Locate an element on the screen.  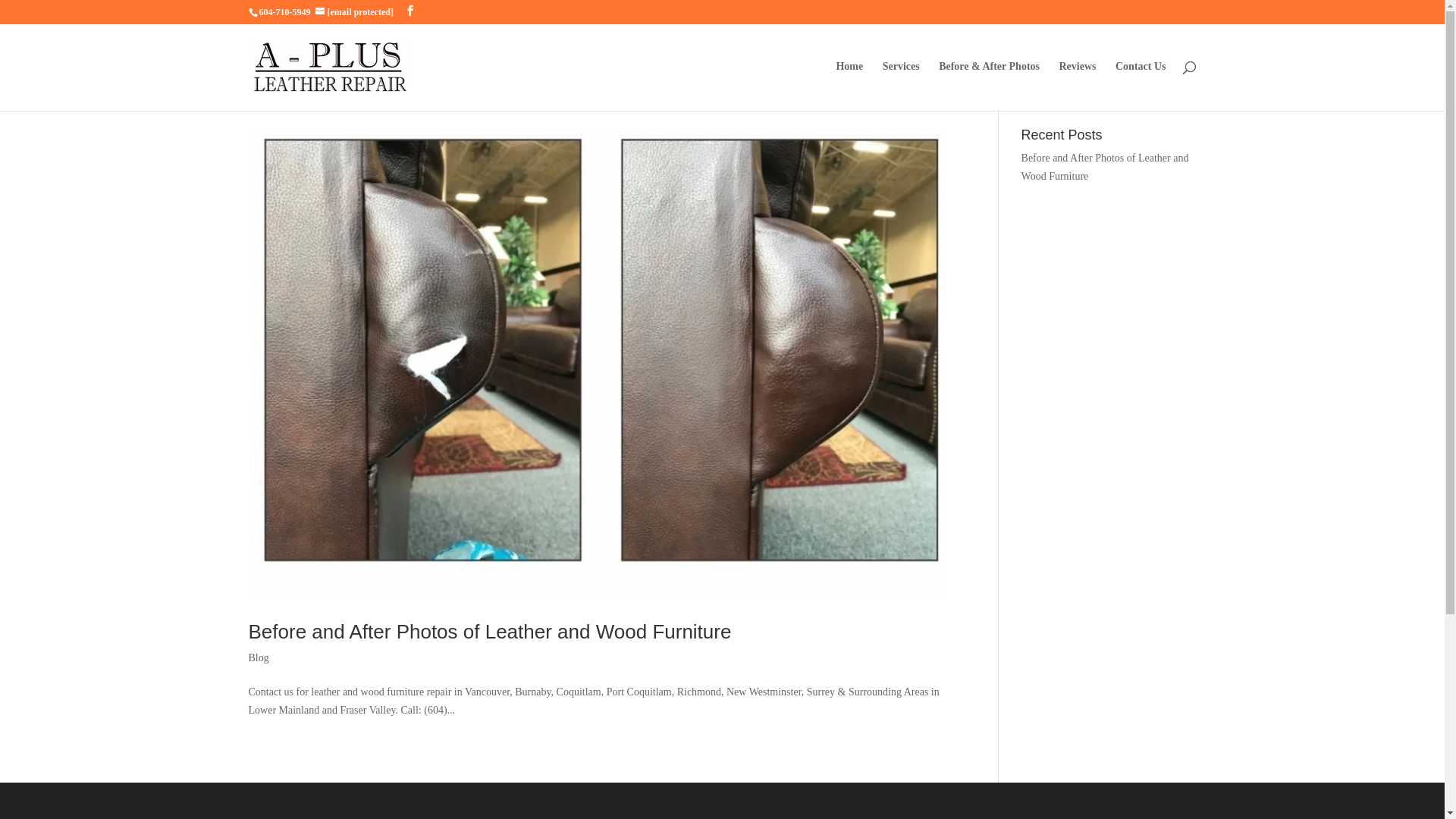
'Reviews' is located at coordinates (1076, 86).